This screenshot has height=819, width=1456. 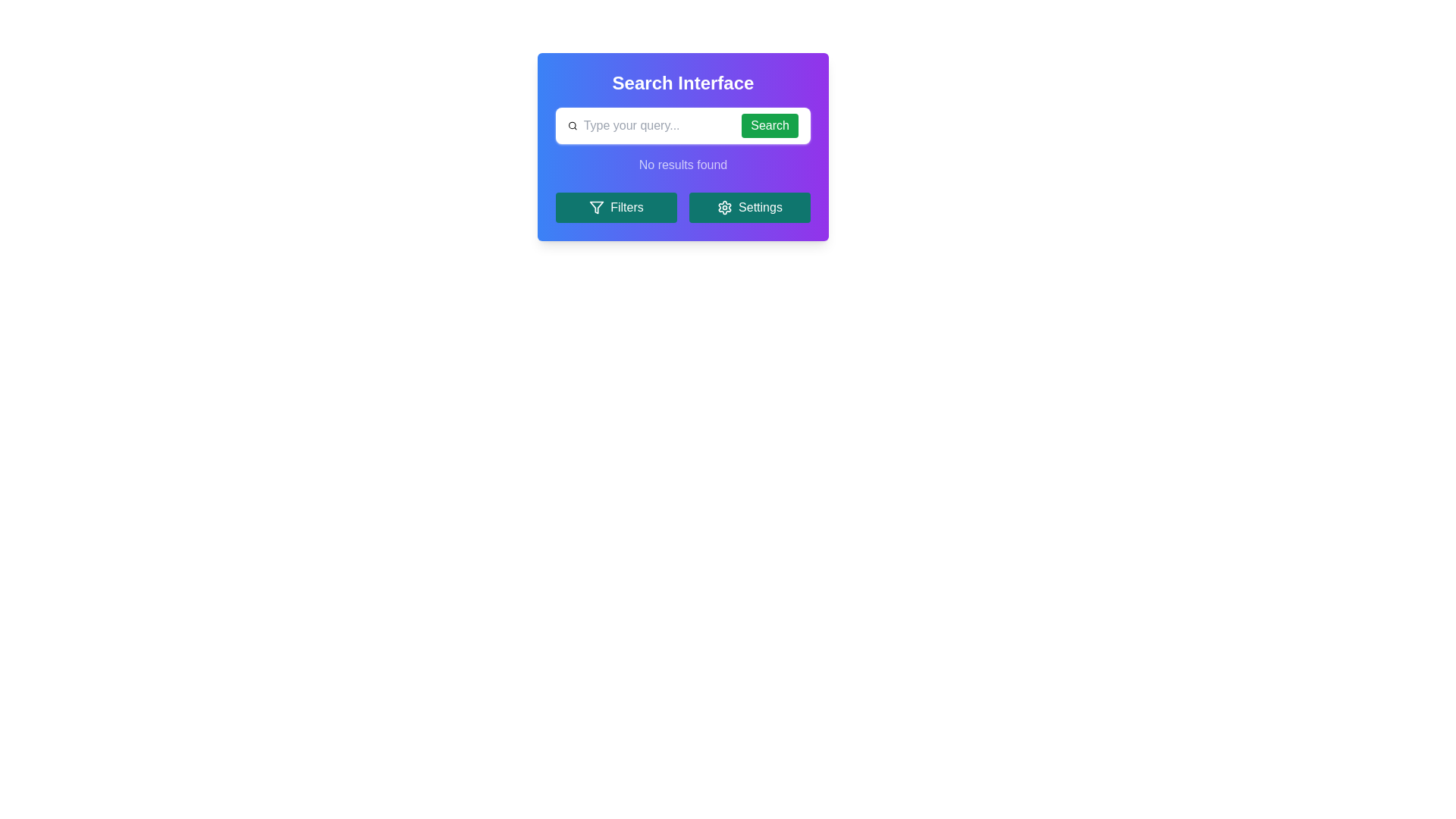 What do you see at coordinates (596, 207) in the screenshot?
I see `the filtering icon located in the bottom left area of the interface, adjacent to the Settings button` at bounding box center [596, 207].